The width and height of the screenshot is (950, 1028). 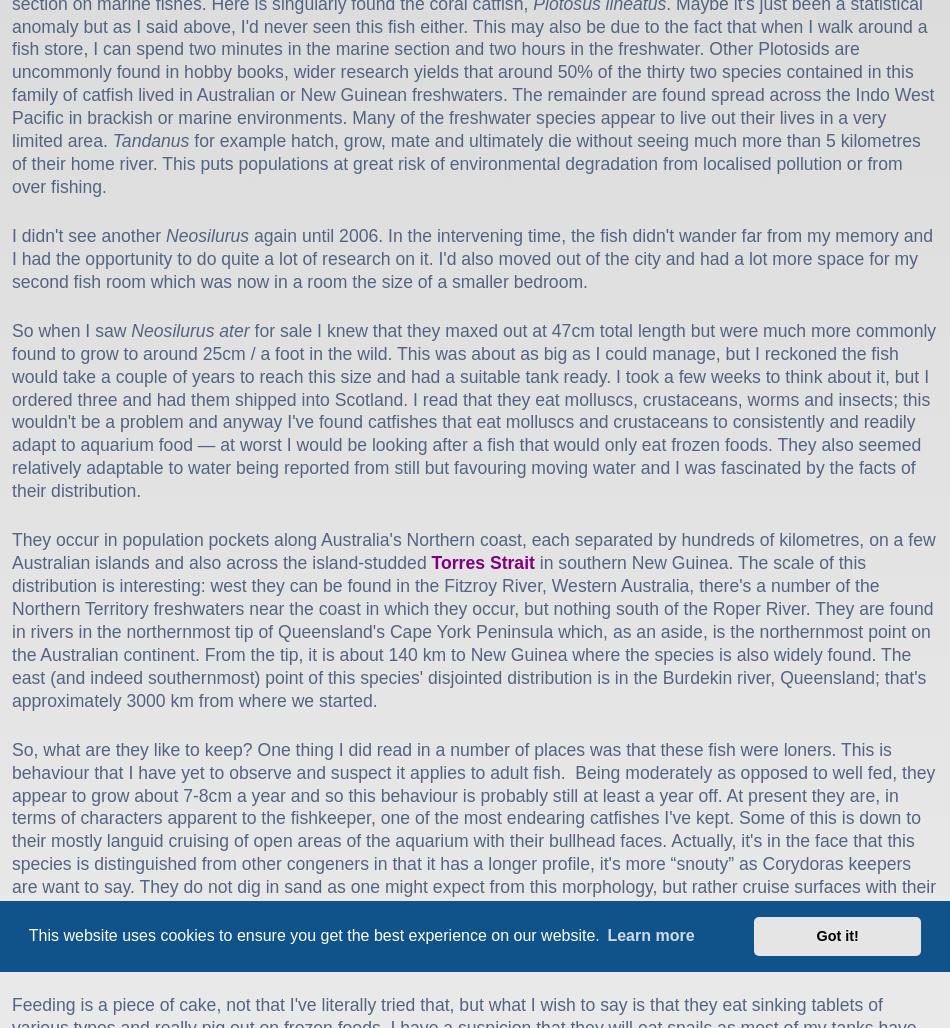 I want to click on 'Learn more', so click(x=650, y=935).